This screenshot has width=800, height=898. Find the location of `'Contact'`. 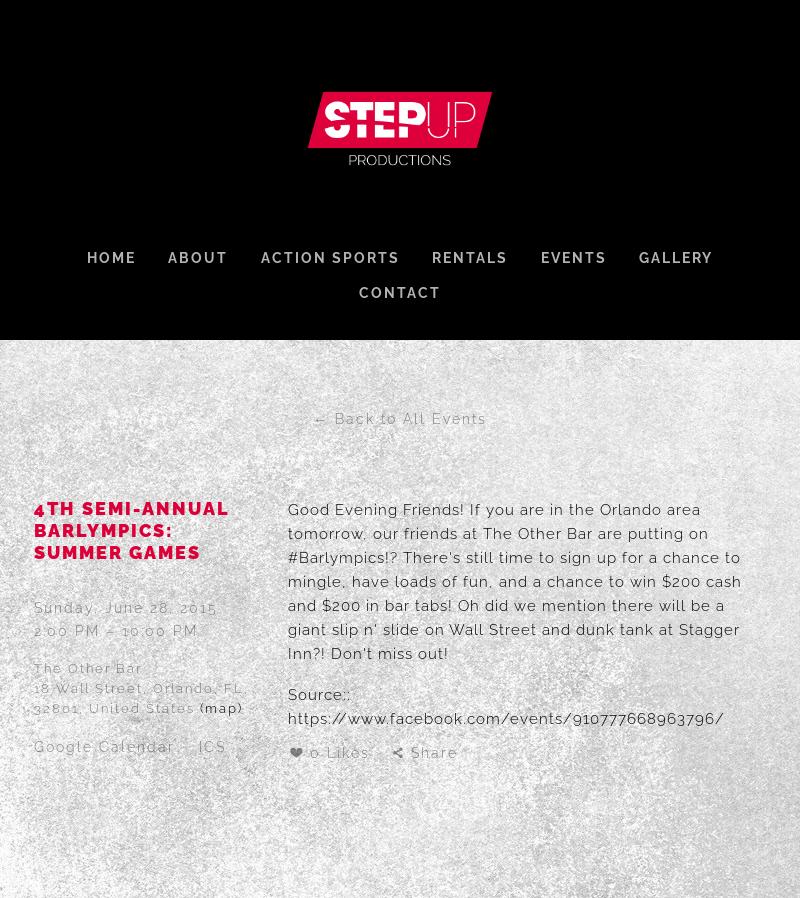

'Contact' is located at coordinates (358, 292).